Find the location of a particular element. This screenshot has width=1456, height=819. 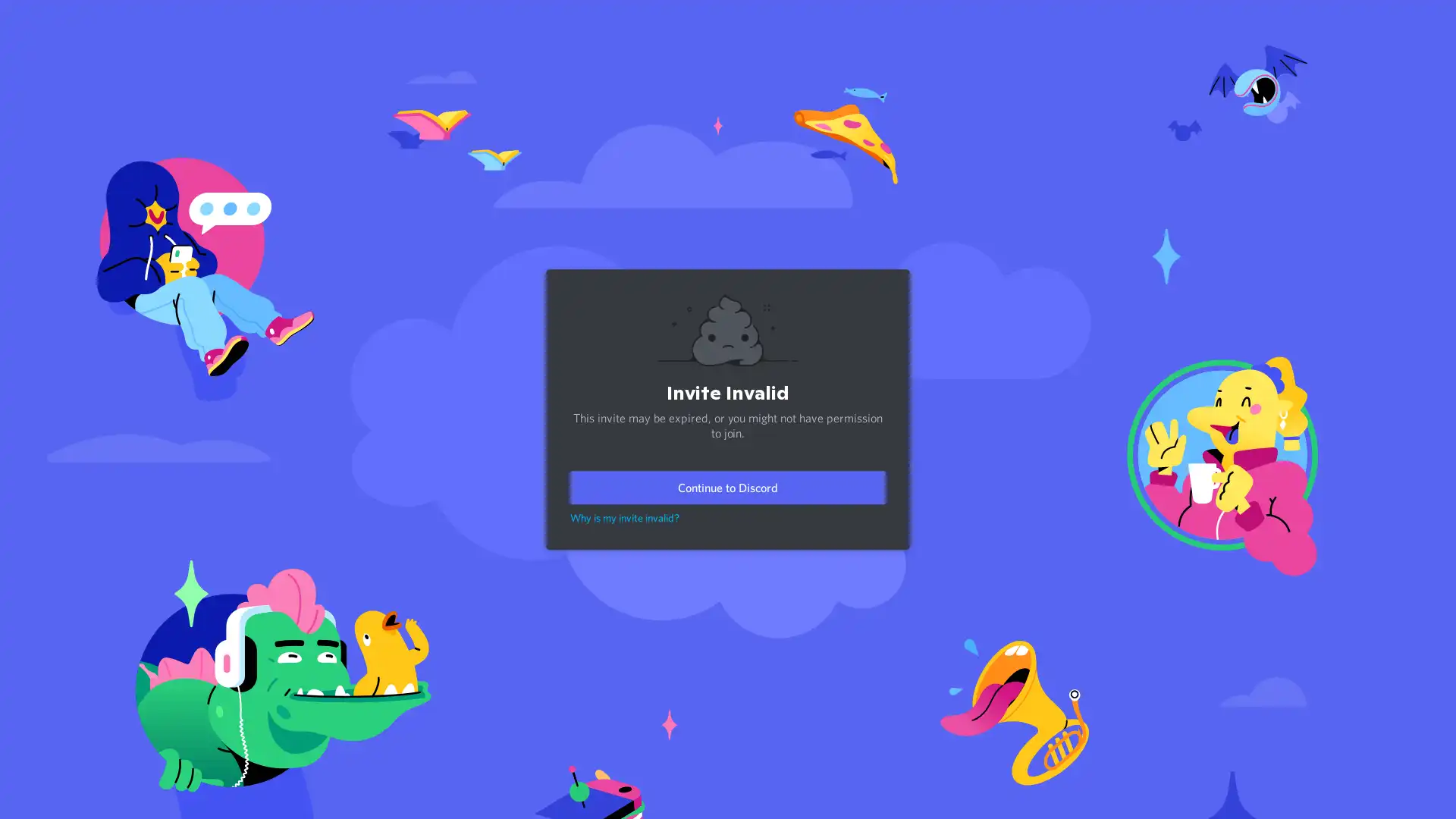

Why is my invite invalid? is located at coordinates (625, 516).